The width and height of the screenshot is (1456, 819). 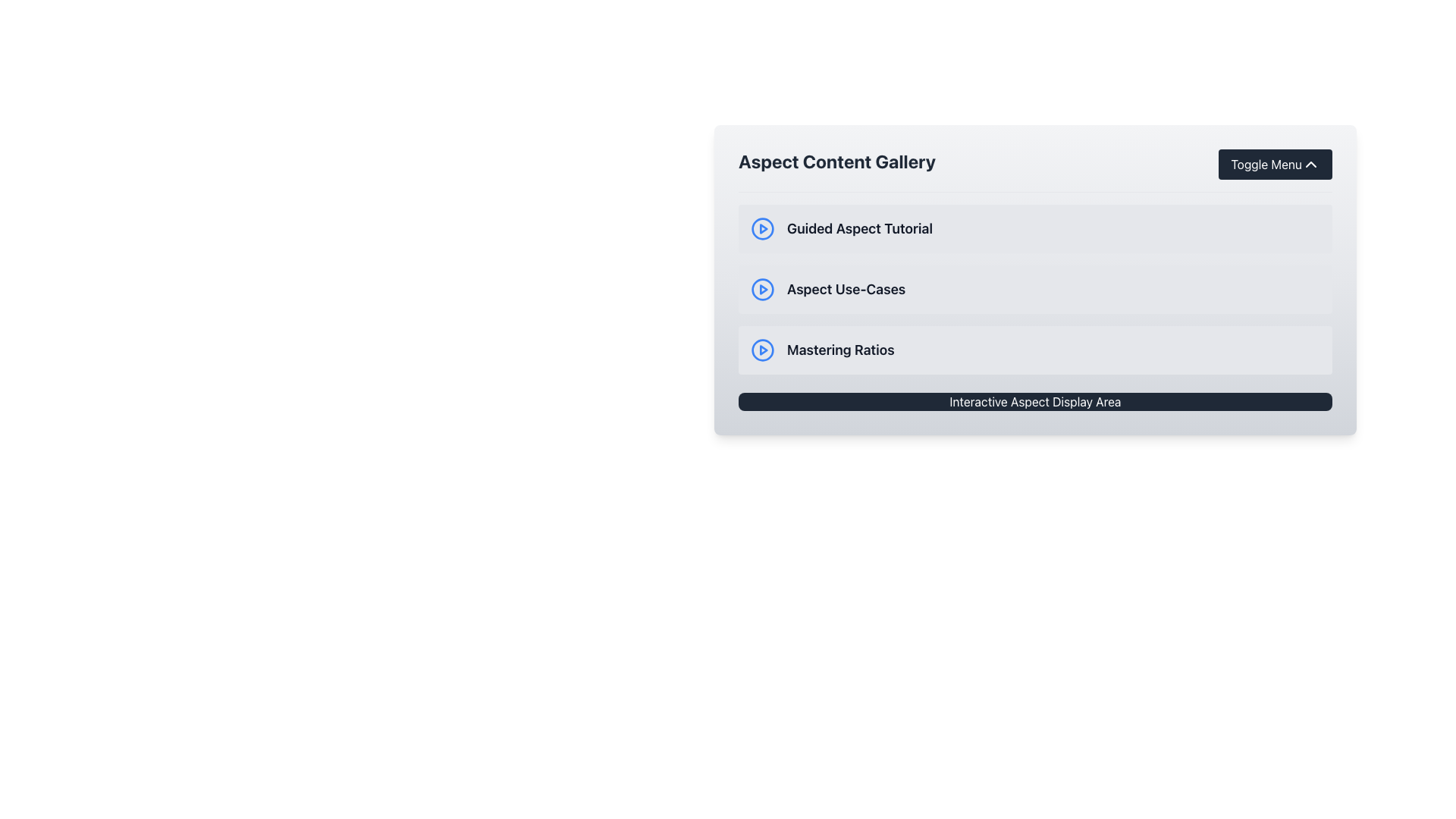 What do you see at coordinates (1034, 289) in the screenshot?
I see `the second item 'Aspect Use-Cases' in the group of interactive list items located centrally below the title 'Aspect Content Gallery'` at bounding box center [1034, 289].